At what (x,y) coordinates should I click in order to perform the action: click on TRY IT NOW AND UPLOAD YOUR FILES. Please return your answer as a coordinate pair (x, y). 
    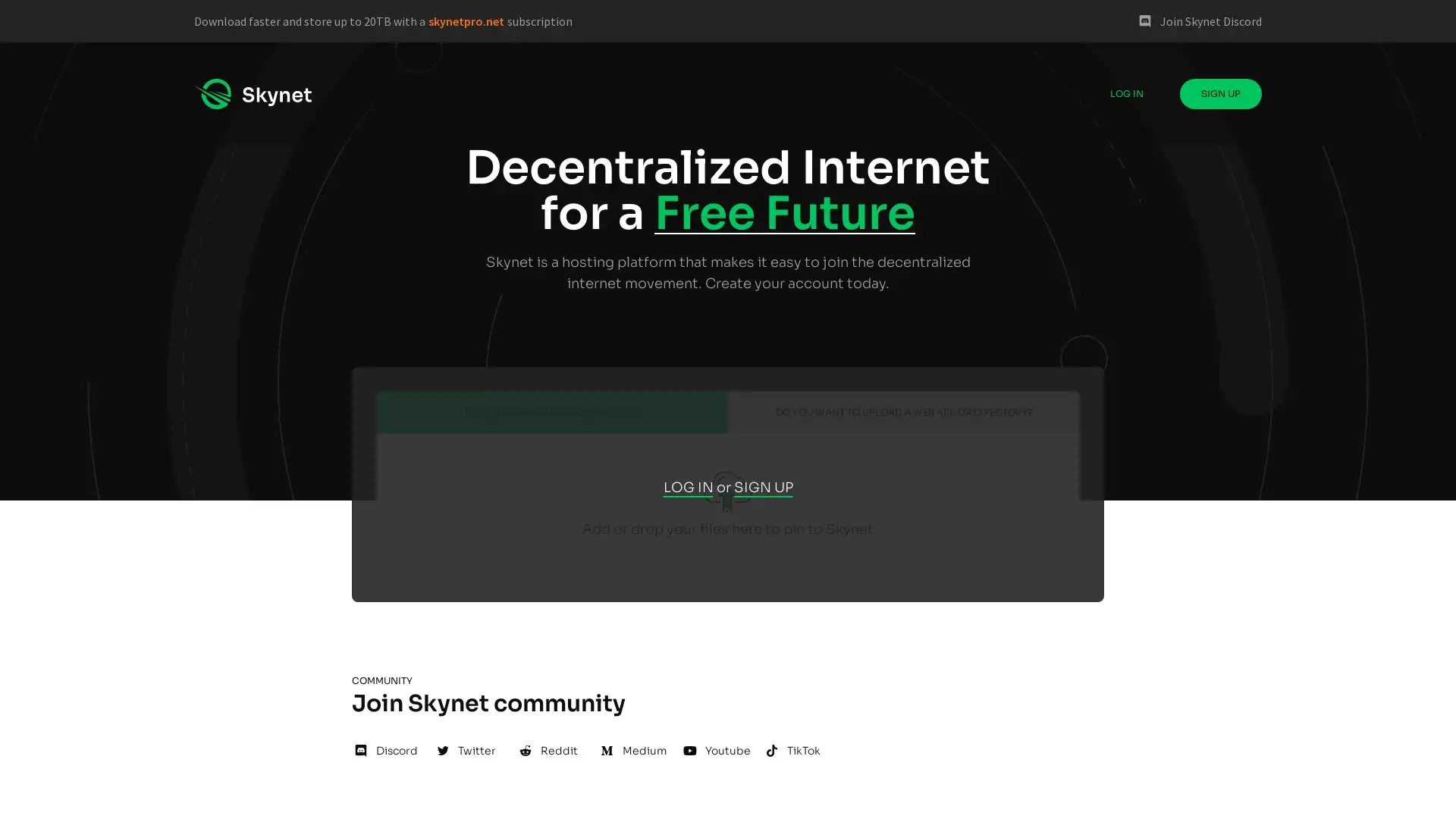
    Looking at the image, I should click on (551, 412).